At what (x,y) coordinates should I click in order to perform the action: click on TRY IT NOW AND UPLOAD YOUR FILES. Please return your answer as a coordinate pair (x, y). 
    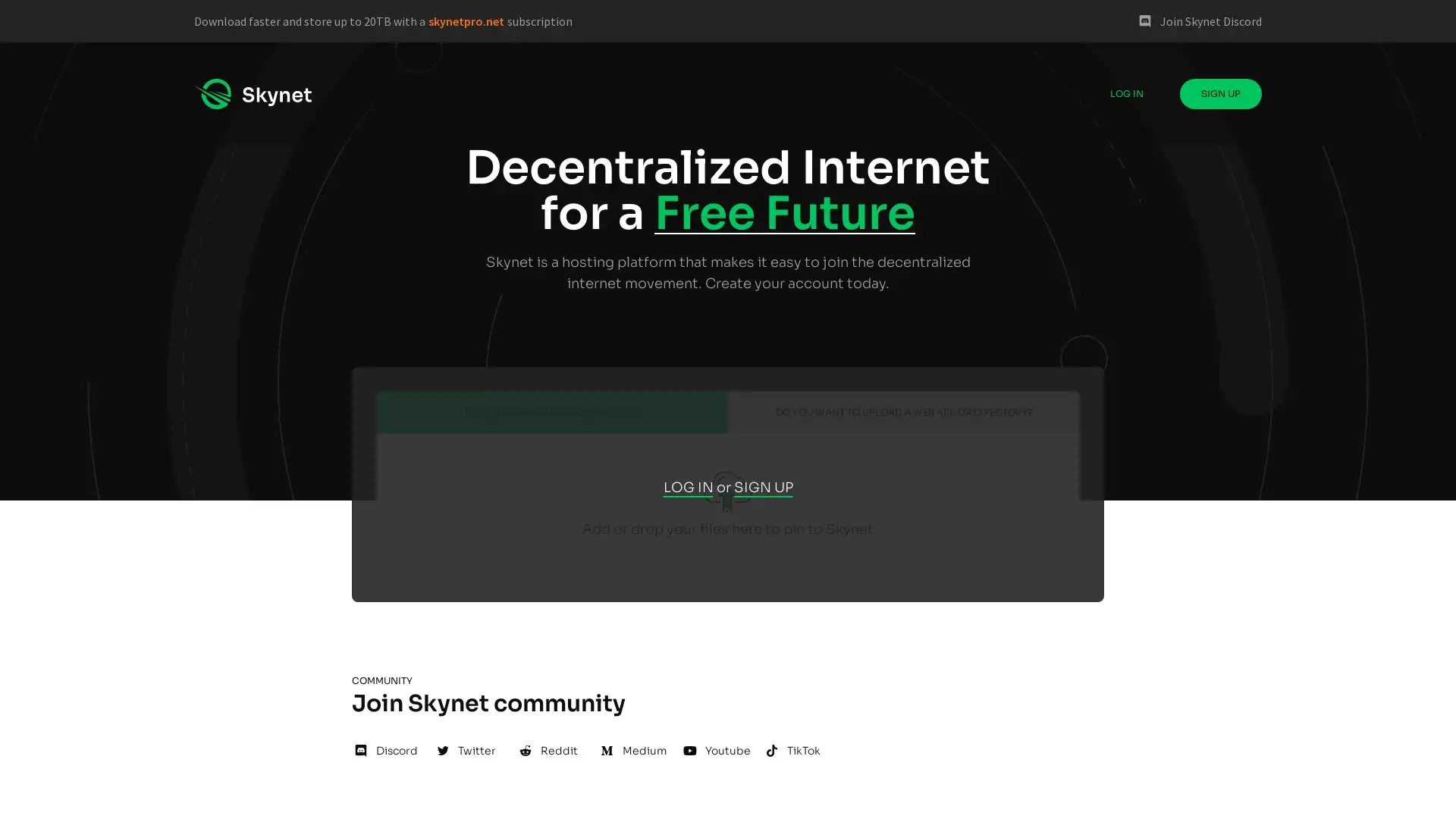
    Looking at the image, I should click on (551, 412).